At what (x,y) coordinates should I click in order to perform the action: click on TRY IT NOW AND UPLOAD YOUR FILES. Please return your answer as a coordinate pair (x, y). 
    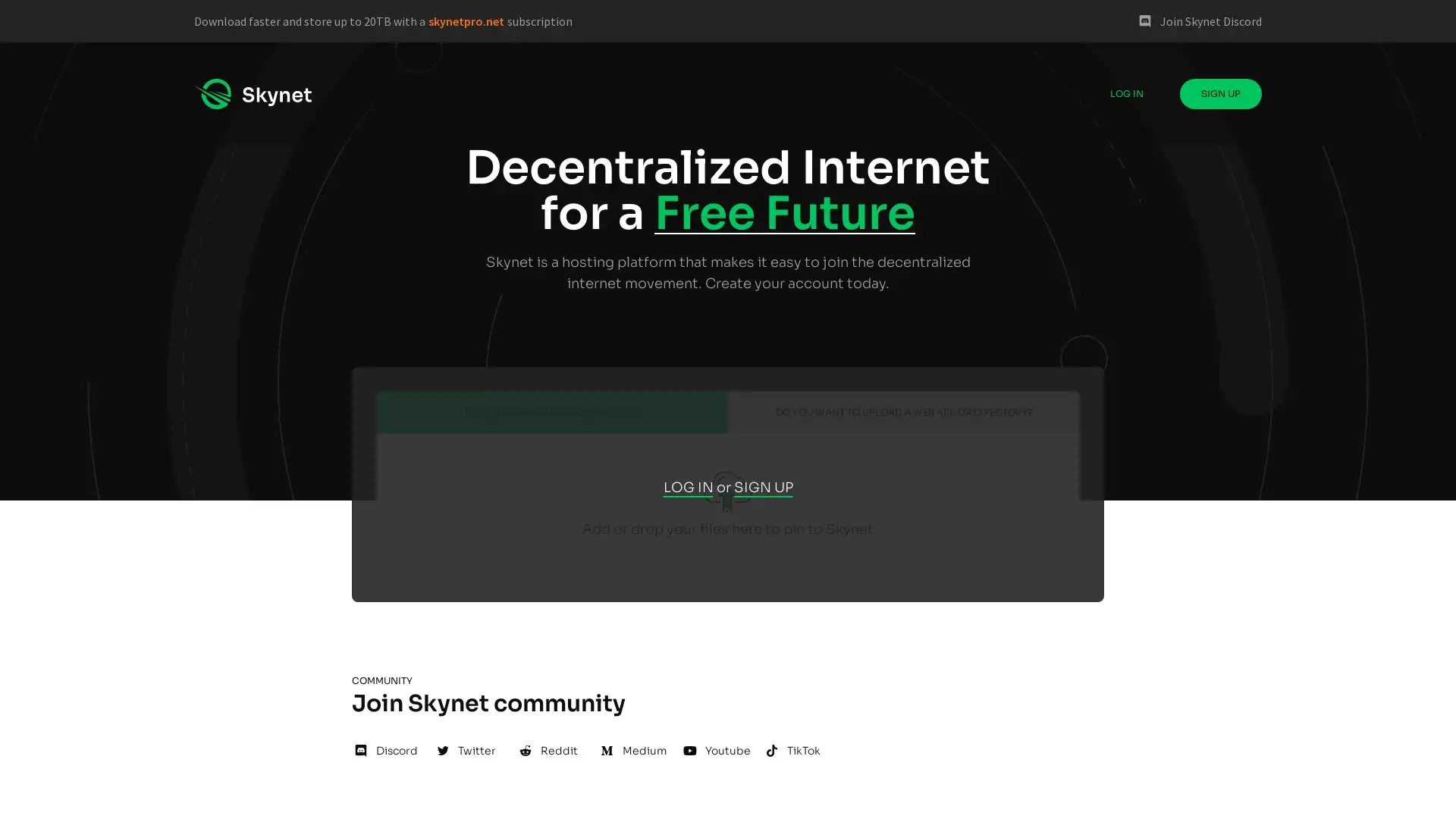
    Looking at the image, I should click on (551, 412).